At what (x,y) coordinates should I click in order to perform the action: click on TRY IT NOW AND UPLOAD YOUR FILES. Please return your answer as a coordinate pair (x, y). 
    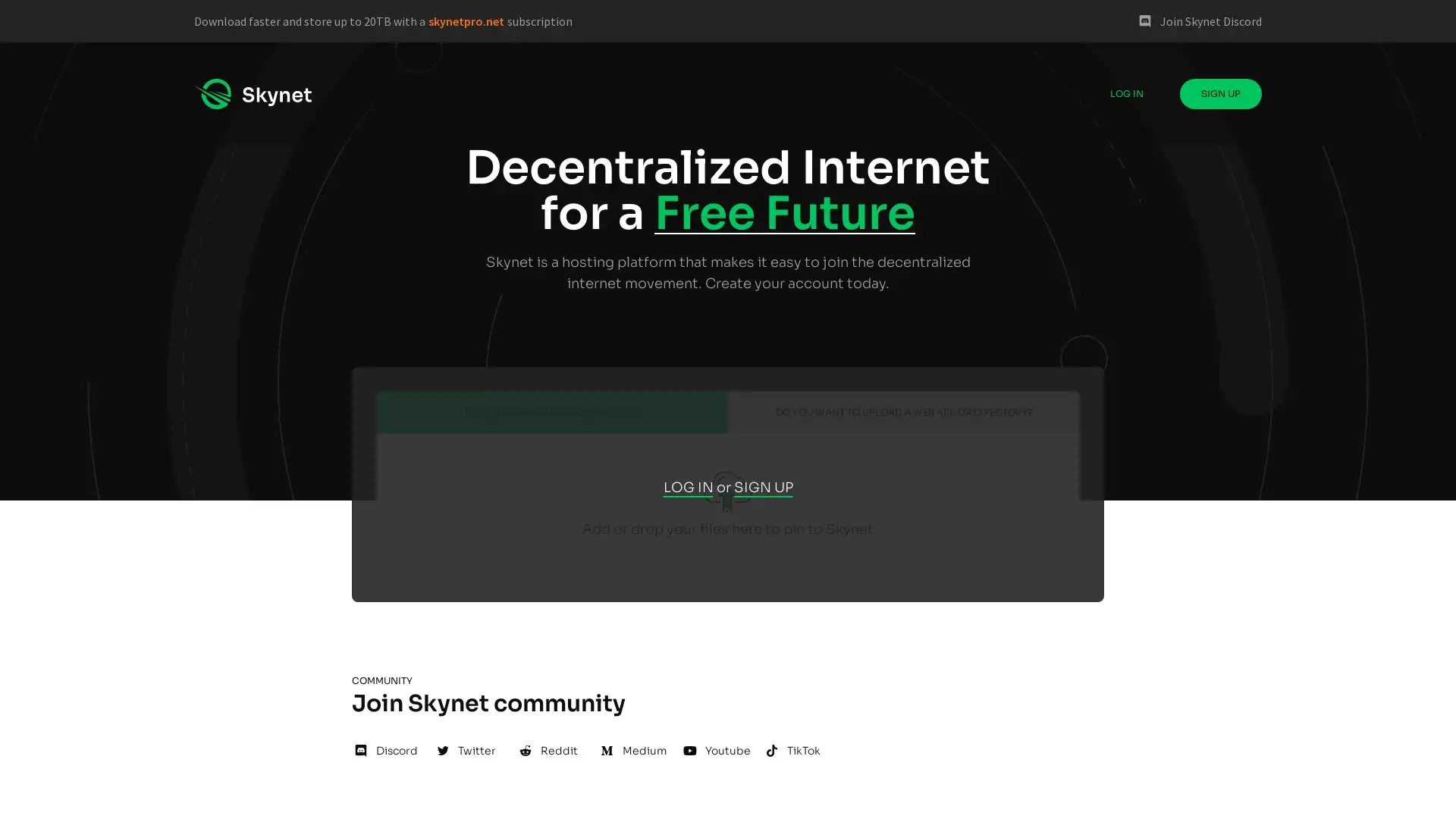
    Looking at the image, I should click on (551, 412).